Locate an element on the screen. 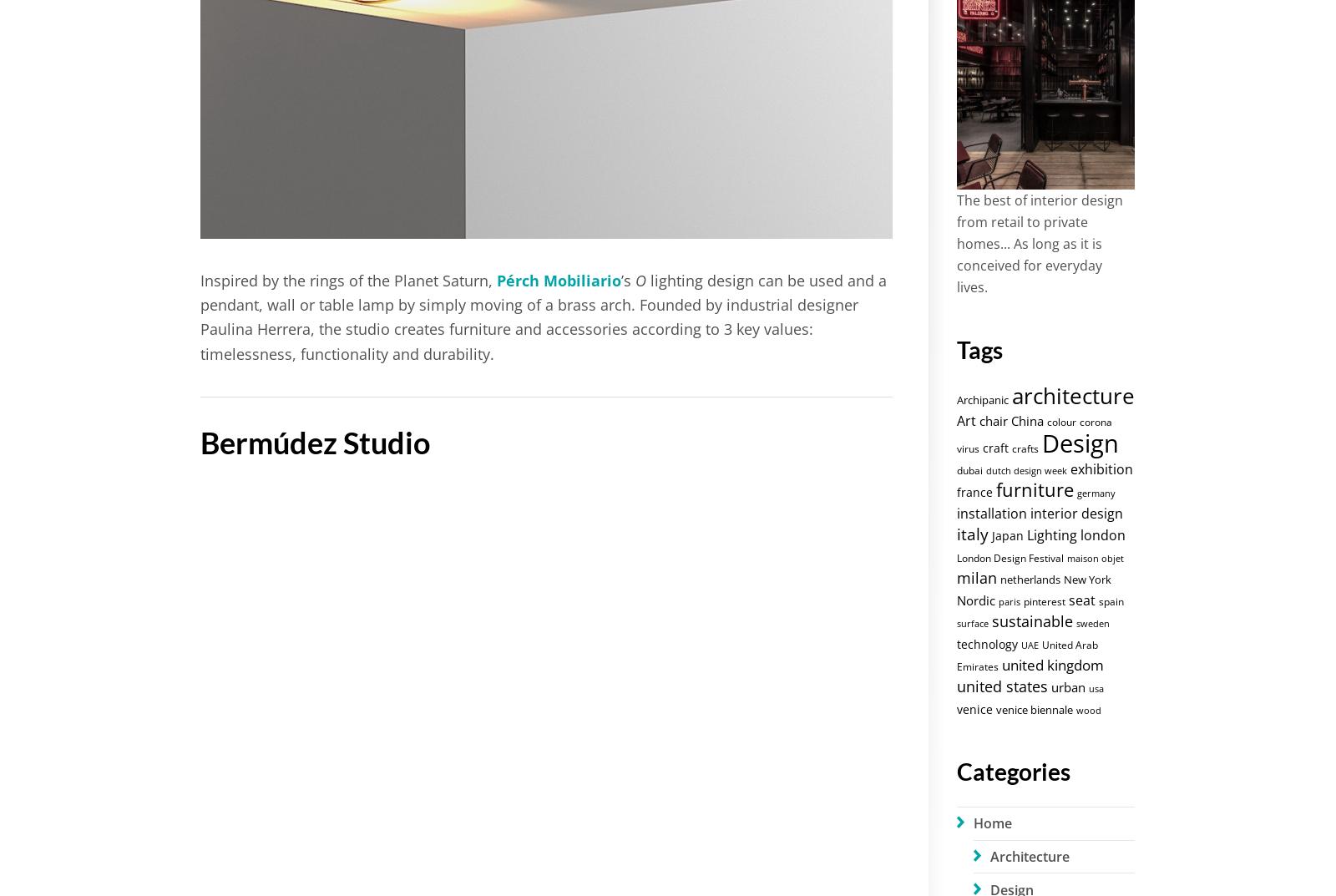 The width and height of the screenshot is (1336, 896). 'Categories' is located at coordinates (1011, 770).